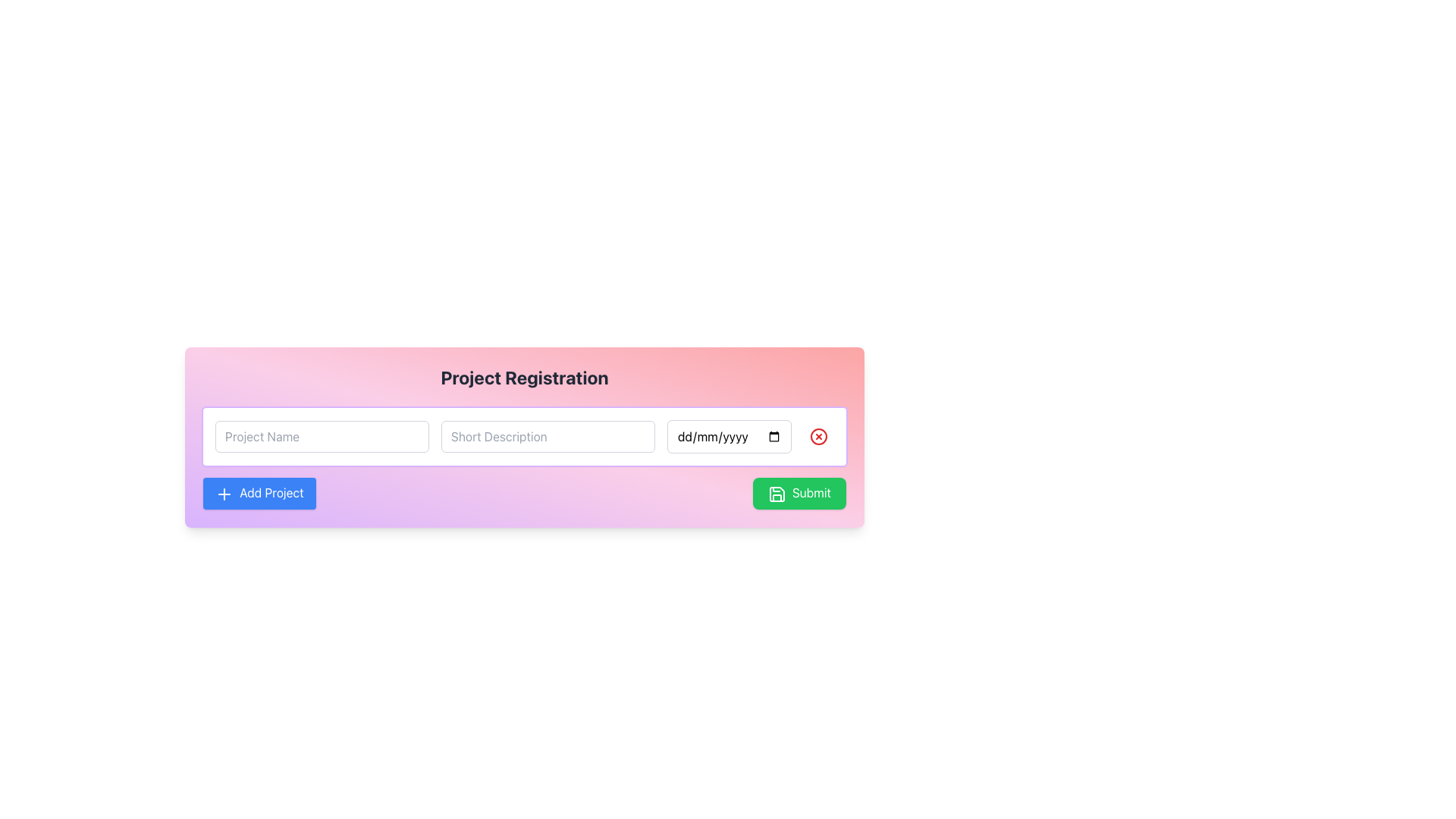 This screenshot has width=1456, height=819. What do you see at coordinates (818, 436) in the screenshot?
I see `the circular button with a red border and a red 'X' symbol, located to the right of the date input field` at bounding box center [818, 436].